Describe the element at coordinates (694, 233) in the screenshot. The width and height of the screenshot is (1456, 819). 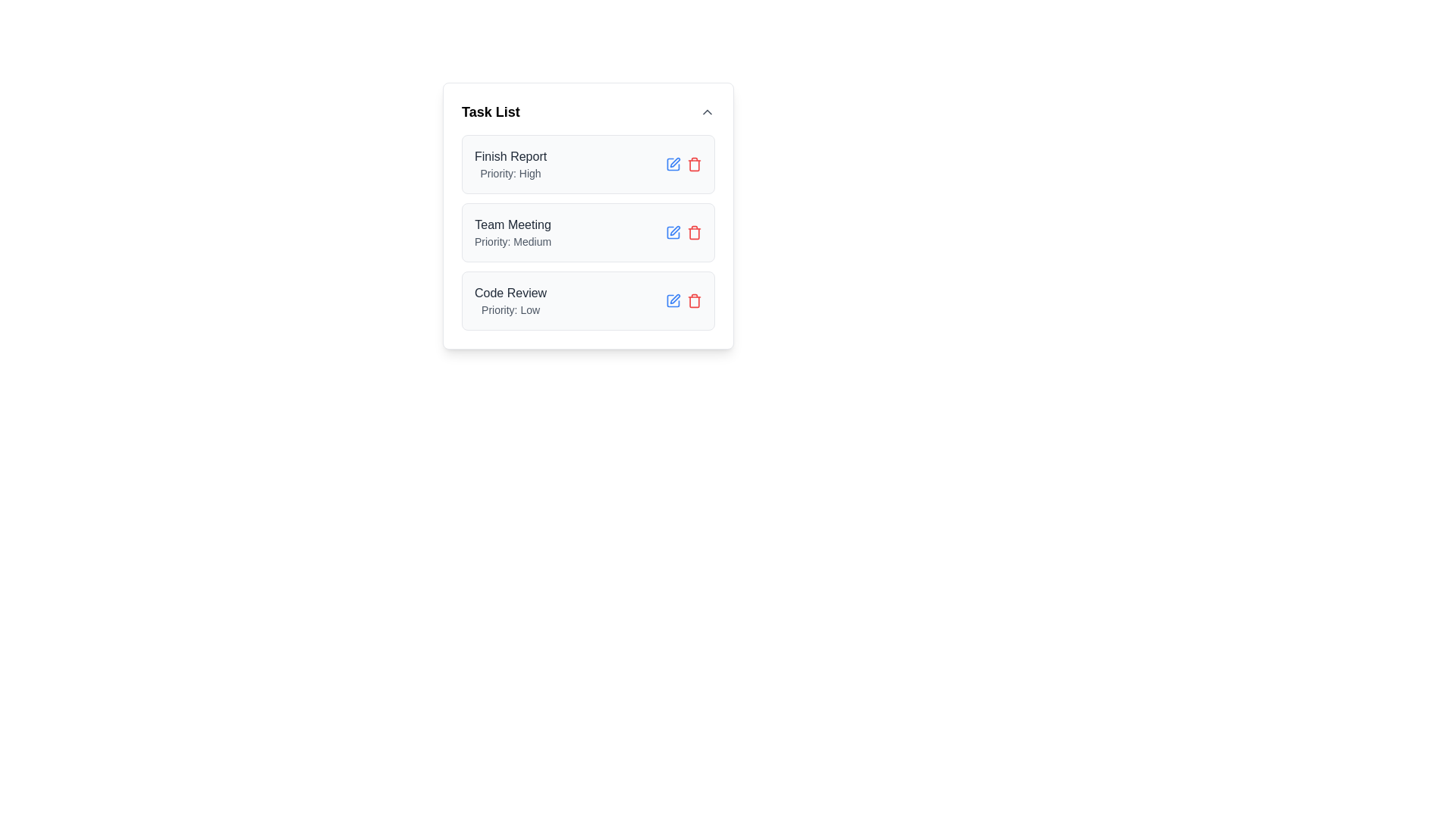
I see `the red trash bin icon located at the far right of the 'Team Meeting' row in the task list` at that location.